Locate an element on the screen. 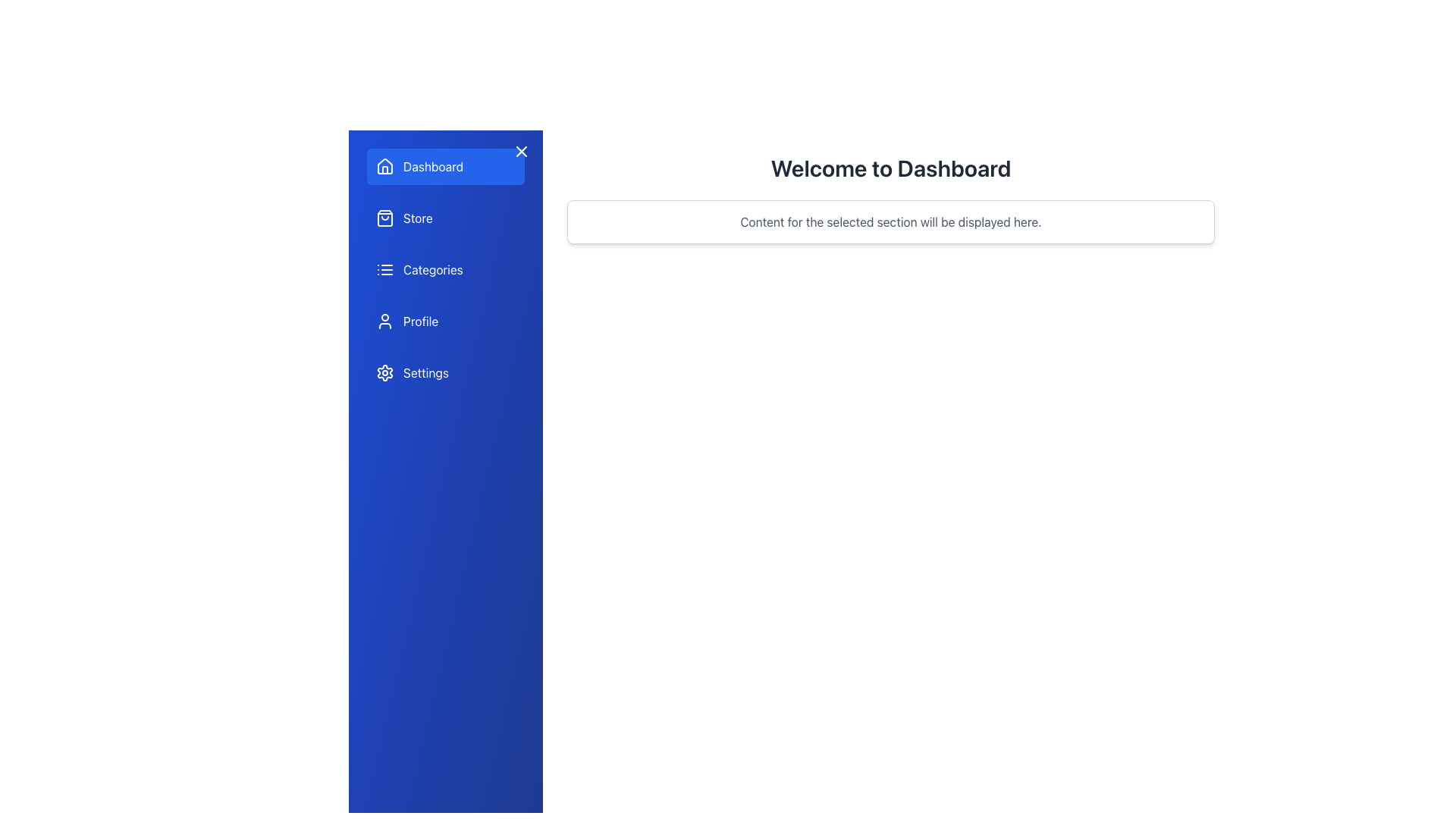 The height and width of the screenshot is (819, 1456). the fourth navigation item in the sidebar, which provides access to the user profile page or settings is located at coordinates (445, 321).